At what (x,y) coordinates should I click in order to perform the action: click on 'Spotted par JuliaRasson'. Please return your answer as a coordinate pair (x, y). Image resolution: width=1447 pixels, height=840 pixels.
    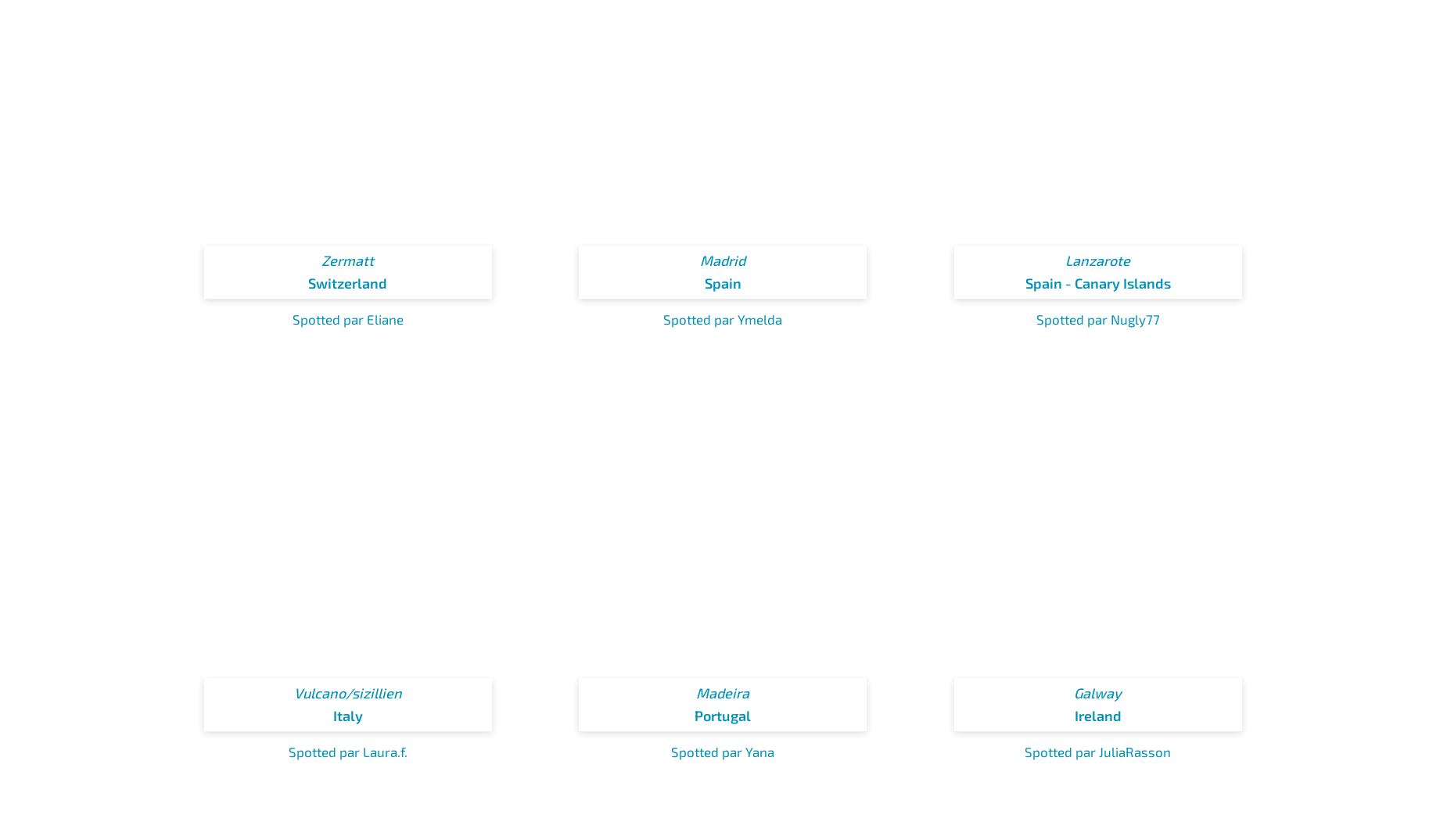
    Looking at the image, I should click on (1097, 751).